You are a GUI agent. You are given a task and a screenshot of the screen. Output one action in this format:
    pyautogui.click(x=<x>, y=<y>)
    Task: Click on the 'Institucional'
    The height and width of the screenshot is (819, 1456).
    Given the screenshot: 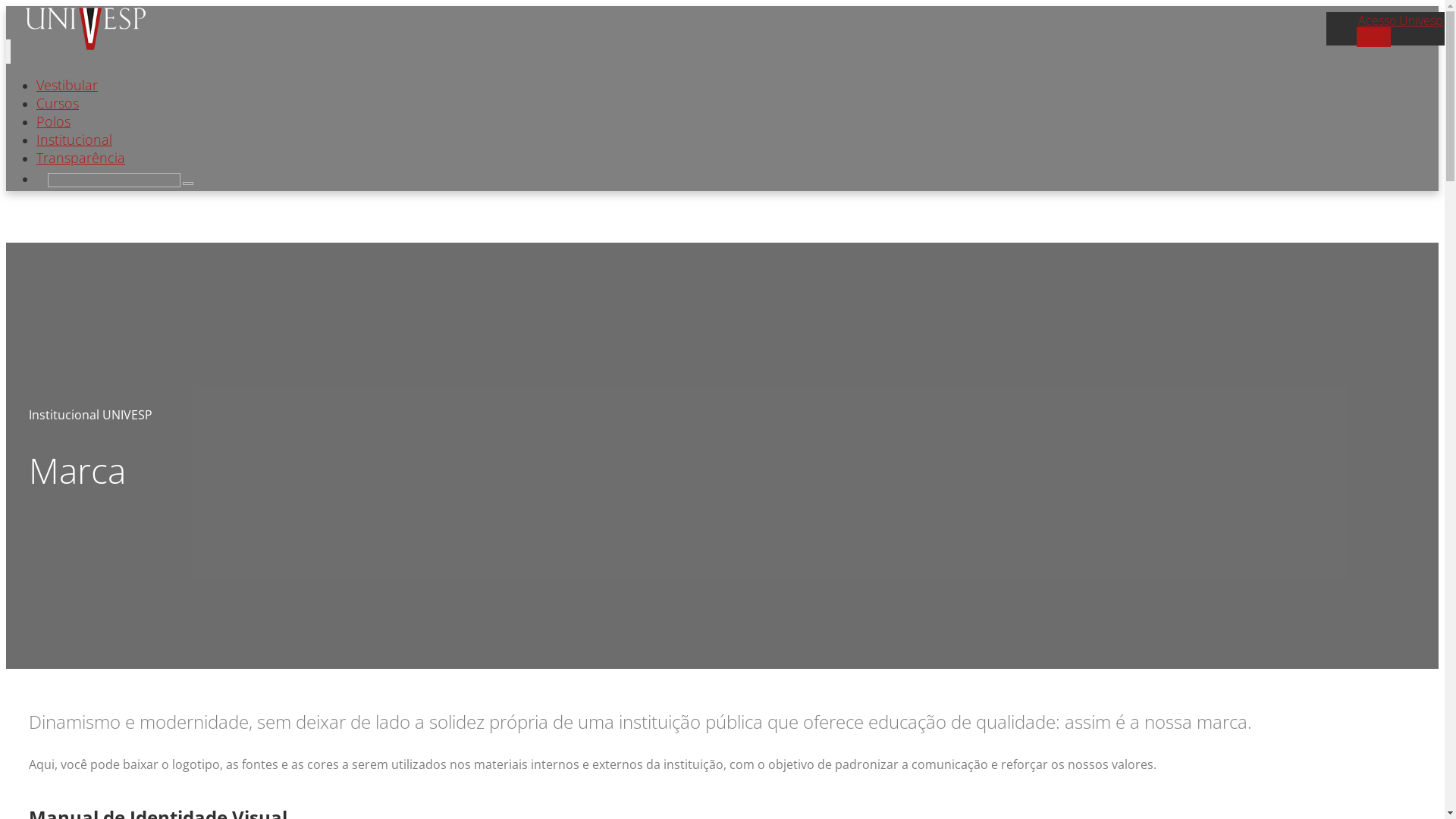 What is the action you would take?
    pyautogui.click(x=73, y=140)
    